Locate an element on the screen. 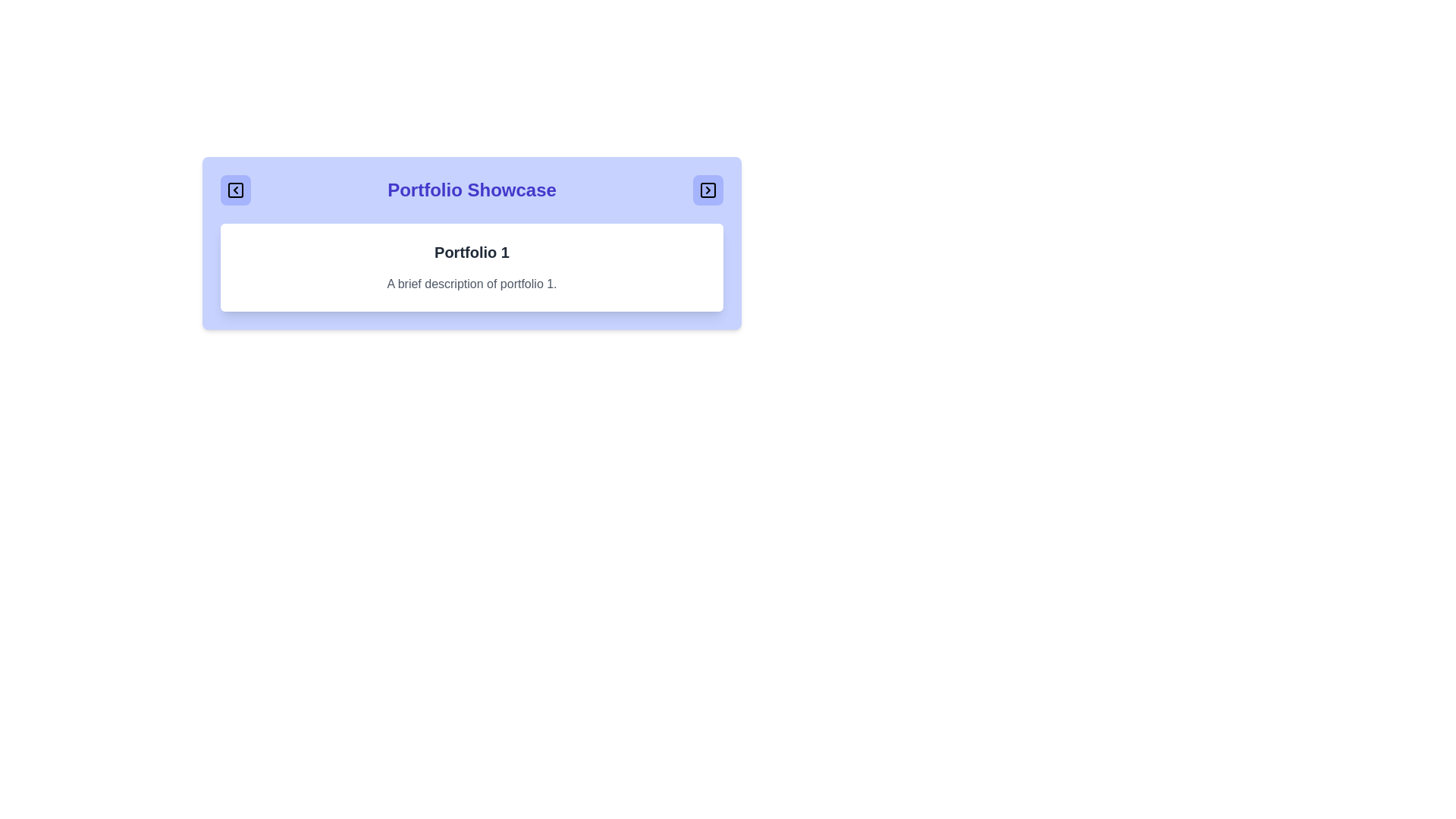 Image resolution: width=1456 pixels, height=819 pixels. the 'Portfolio Showcase' text label located at the topmost section of the card widget, which serves as a title for the portfolio showcase is located at coordinates (471, 189).